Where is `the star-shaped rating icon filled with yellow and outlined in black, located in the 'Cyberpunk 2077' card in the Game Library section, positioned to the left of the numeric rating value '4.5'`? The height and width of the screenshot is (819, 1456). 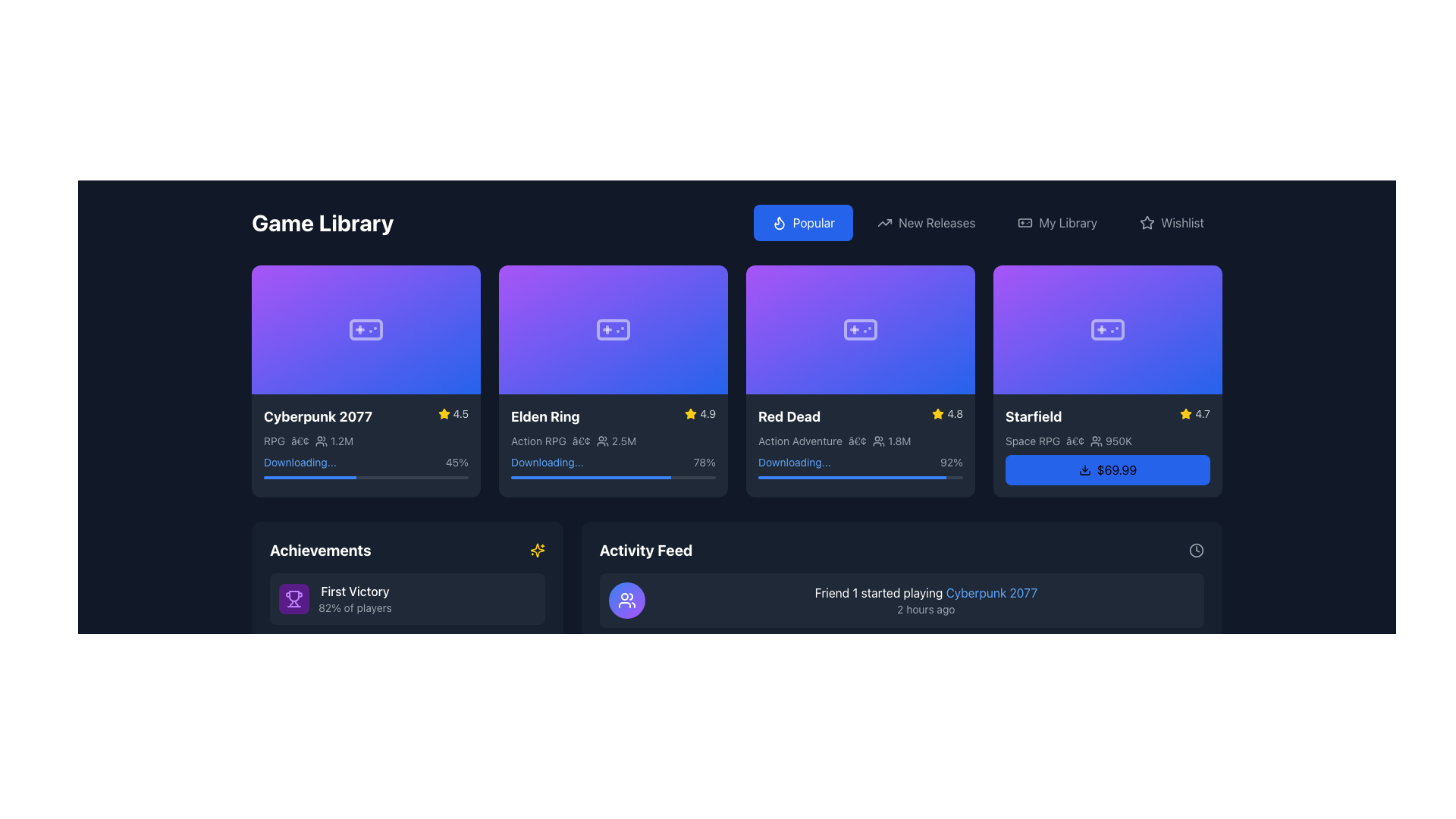 the star-shaped rating icon filled with yellow and outlined in black, located in the 'Cyberpunk 2077' card in the Game Library section, positioned to the left of the numeric rating value '4.5' is located at coordinates (443, 413).